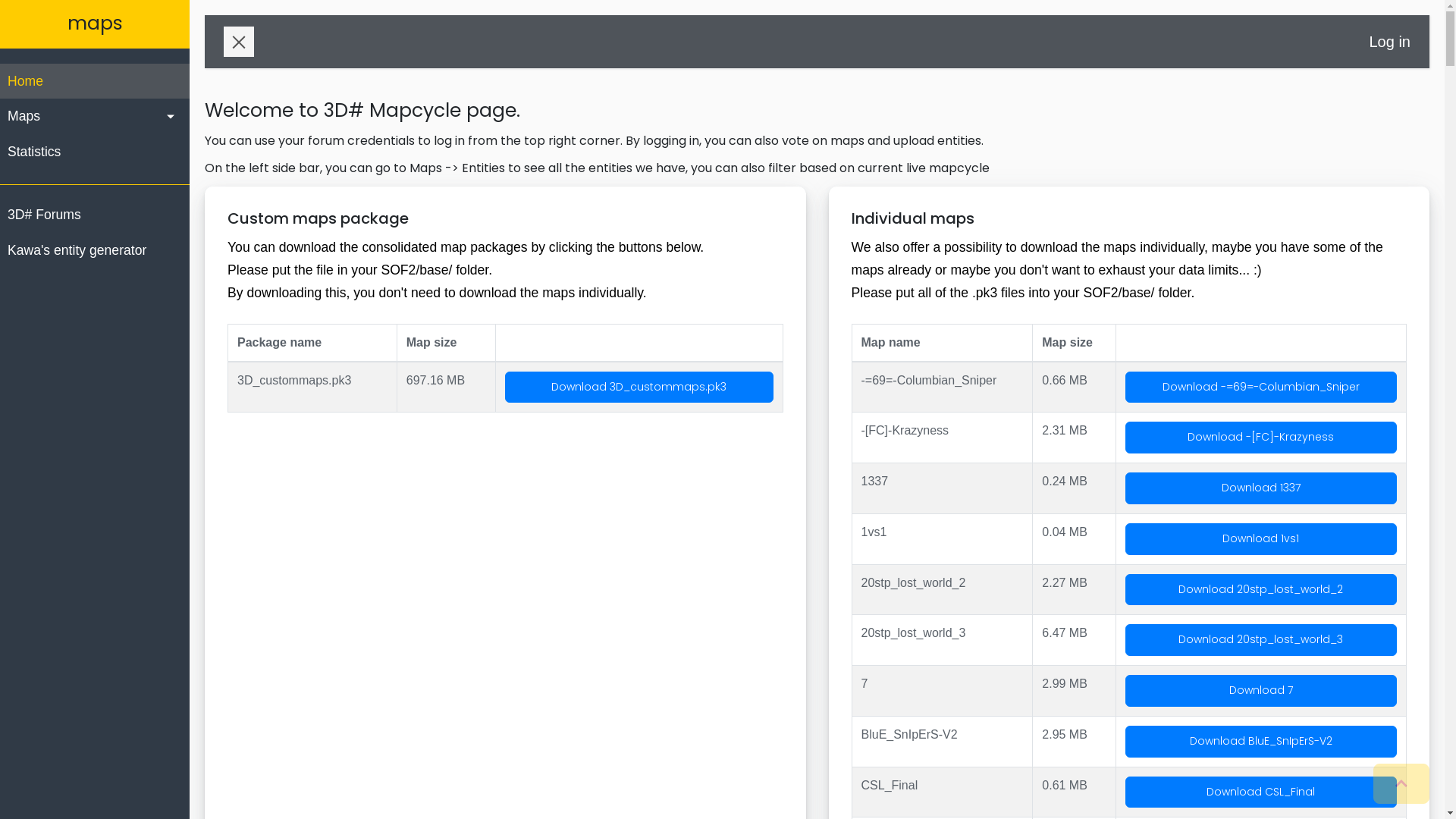 The height and width of the screenshot is (819, 1456). Describe the element at coordinates (1369, 40) in the screenshot. I see `'Log in'` at that location.